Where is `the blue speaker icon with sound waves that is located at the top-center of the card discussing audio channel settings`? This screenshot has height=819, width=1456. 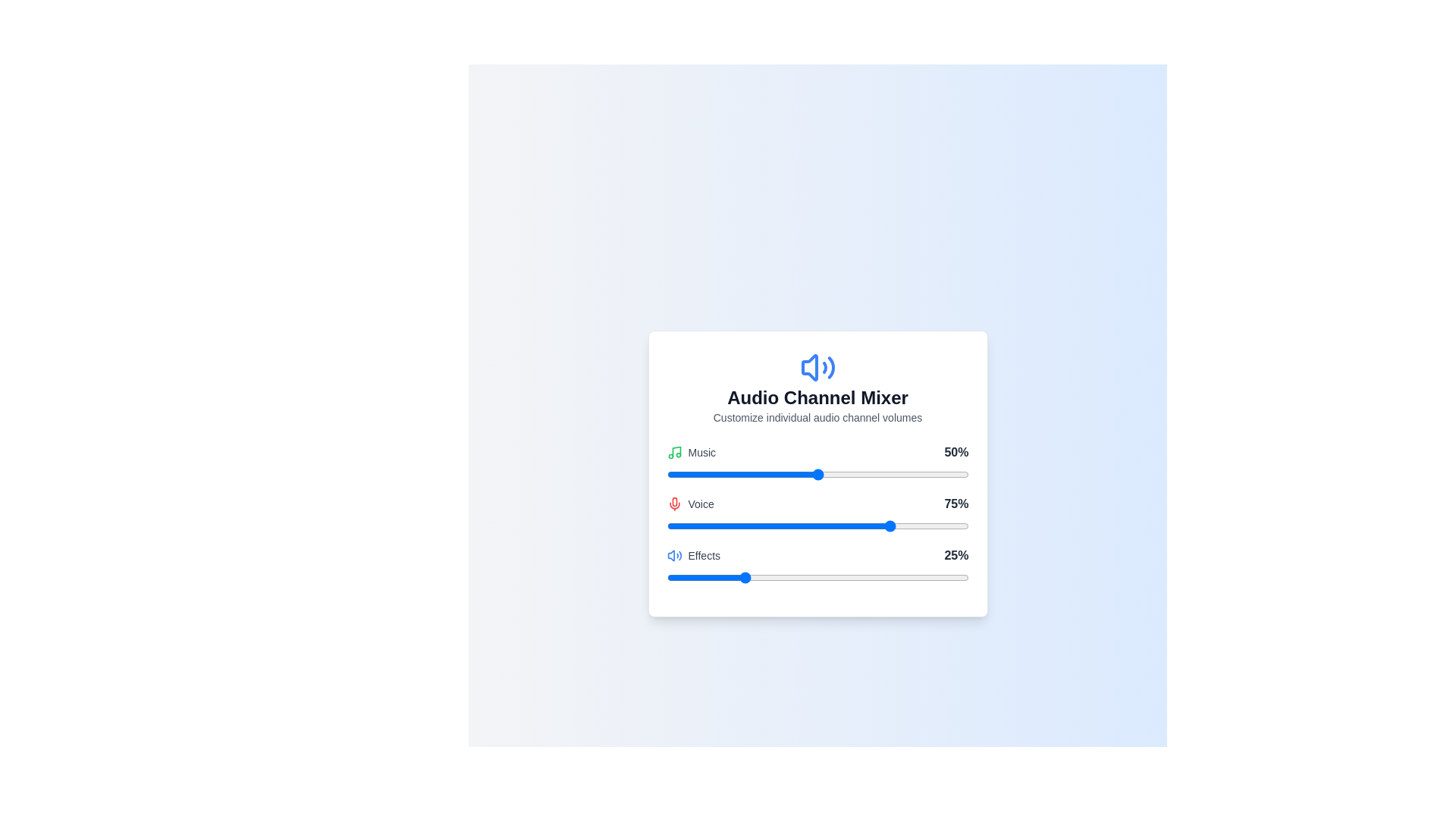
the blue speaker icon with sound waves that is located at the top-center of the card discussing audio channel settings is located at coordinates (817, 368).